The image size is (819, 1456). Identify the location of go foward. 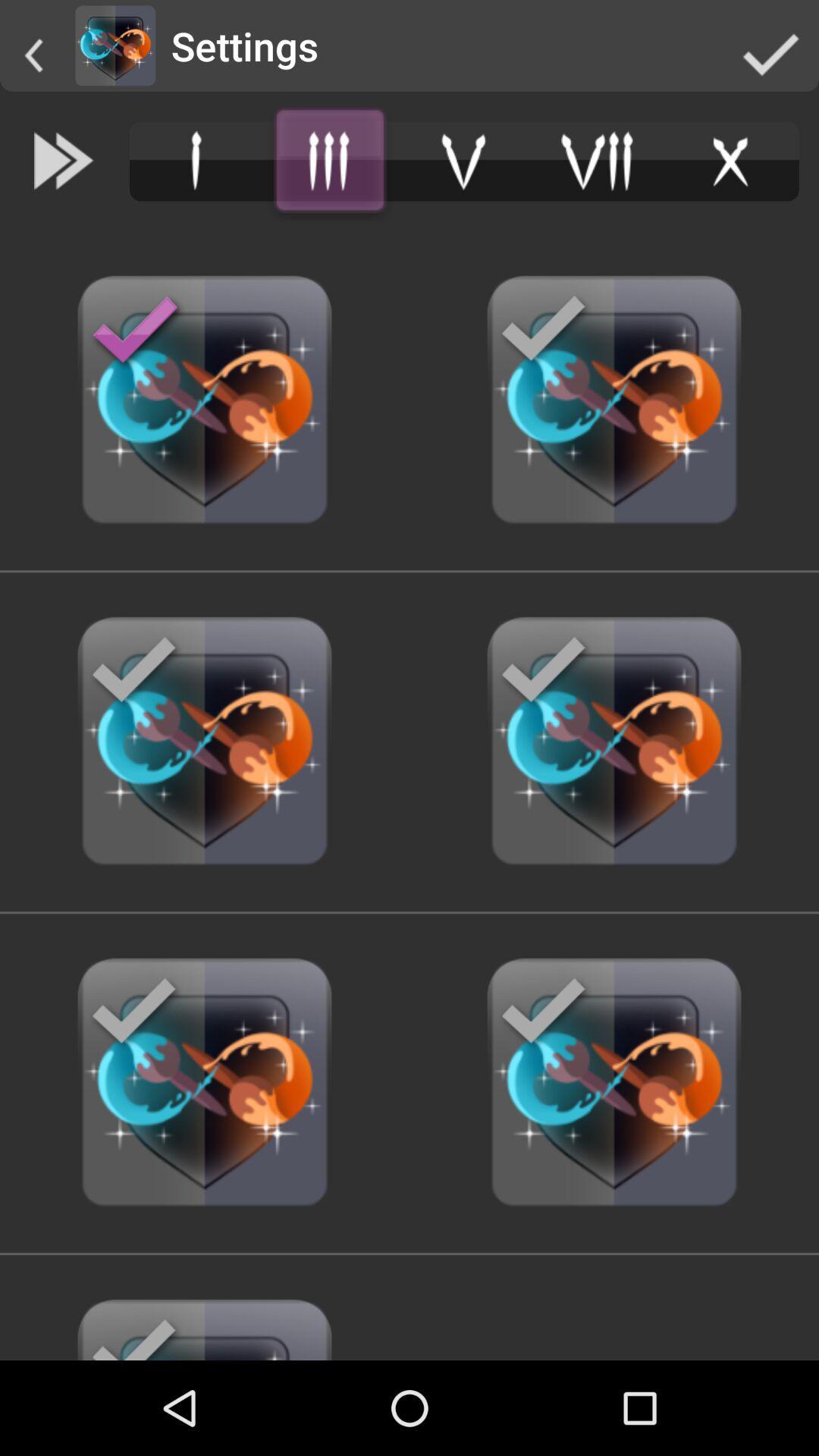
(63, 161).